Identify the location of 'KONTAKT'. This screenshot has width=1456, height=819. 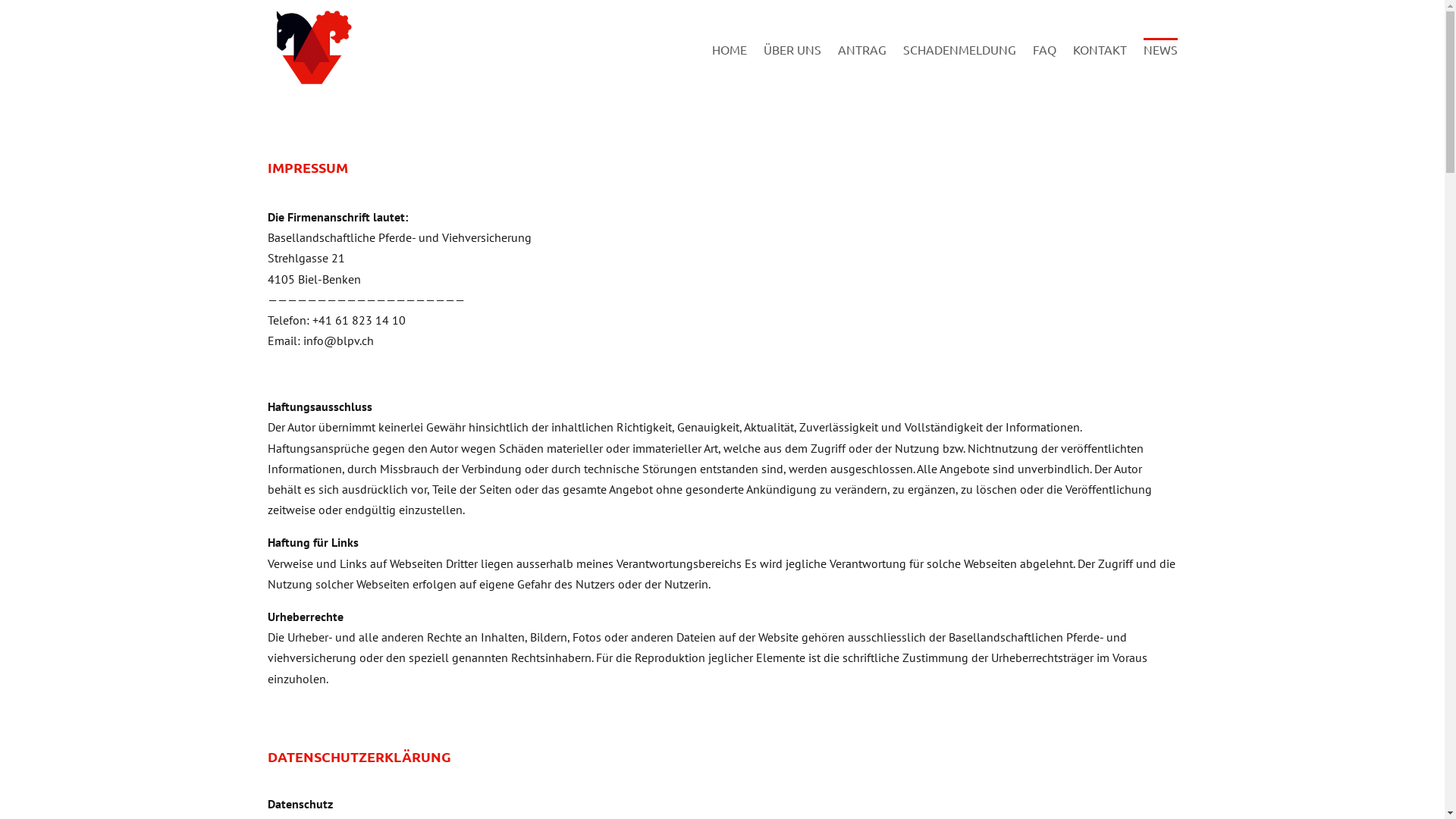
(1099, 67).